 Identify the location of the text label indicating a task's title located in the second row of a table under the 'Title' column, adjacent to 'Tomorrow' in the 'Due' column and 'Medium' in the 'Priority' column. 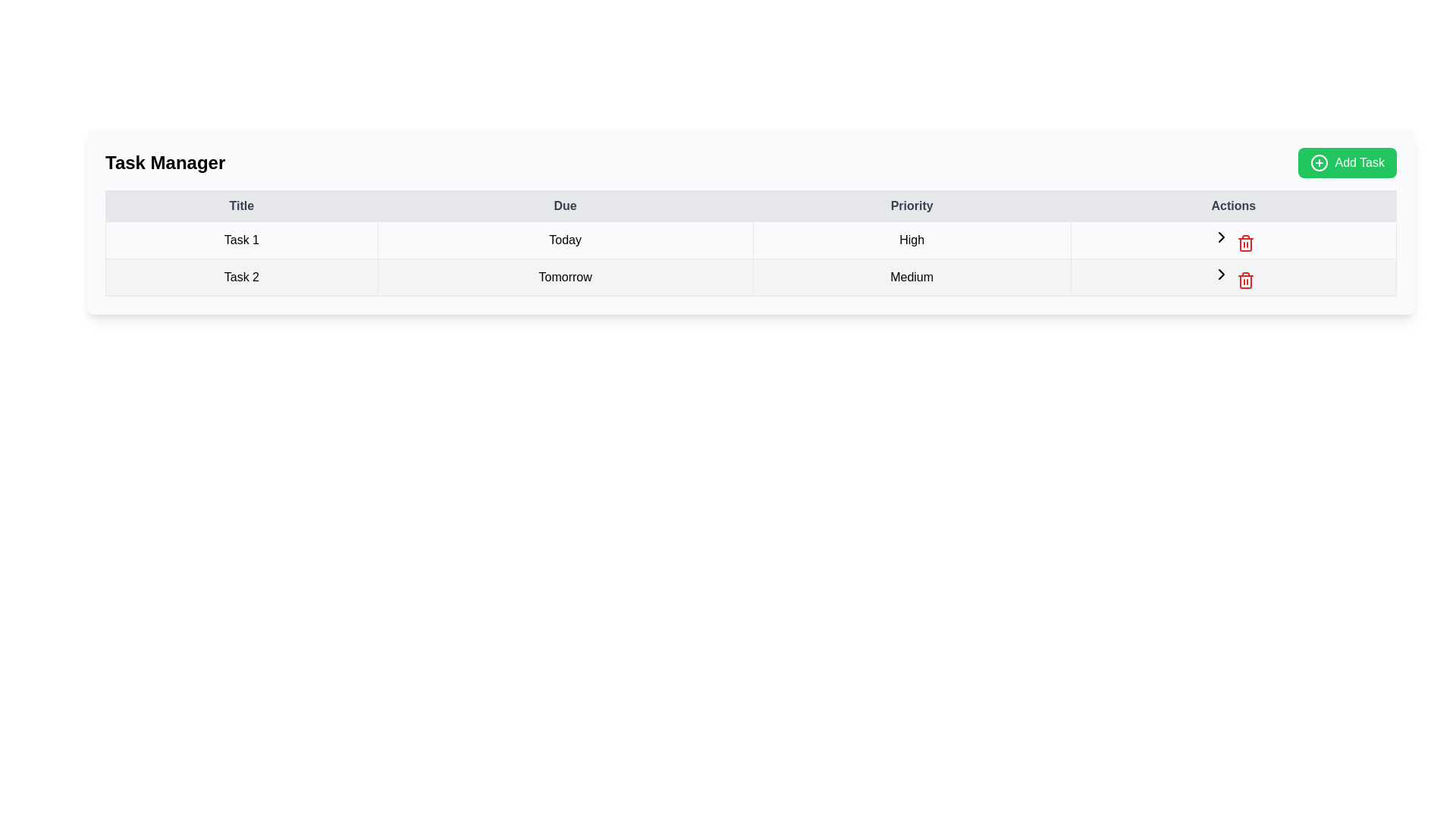
(240, 277).